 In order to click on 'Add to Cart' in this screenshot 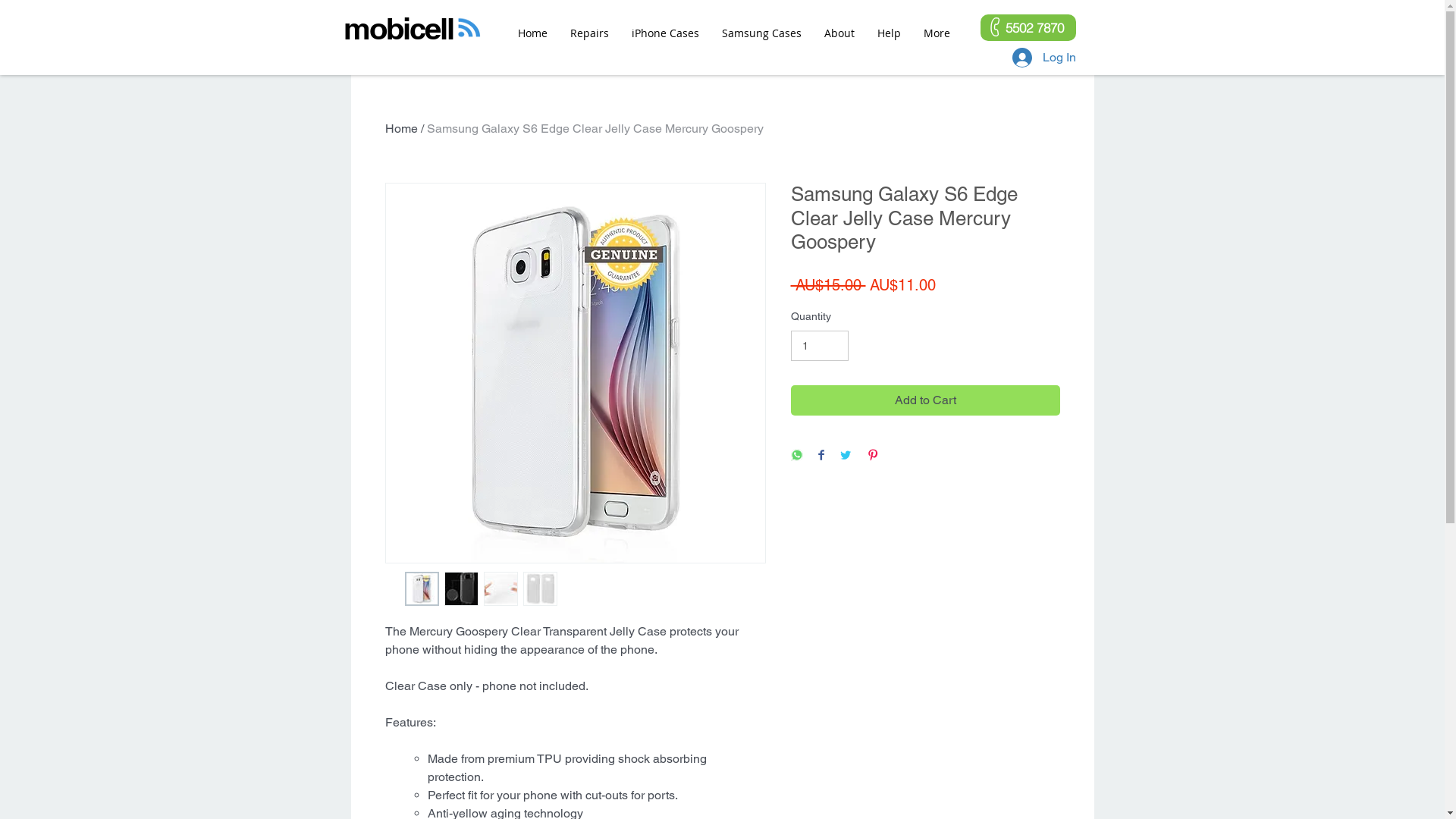, I will do `click(924, 400)`.